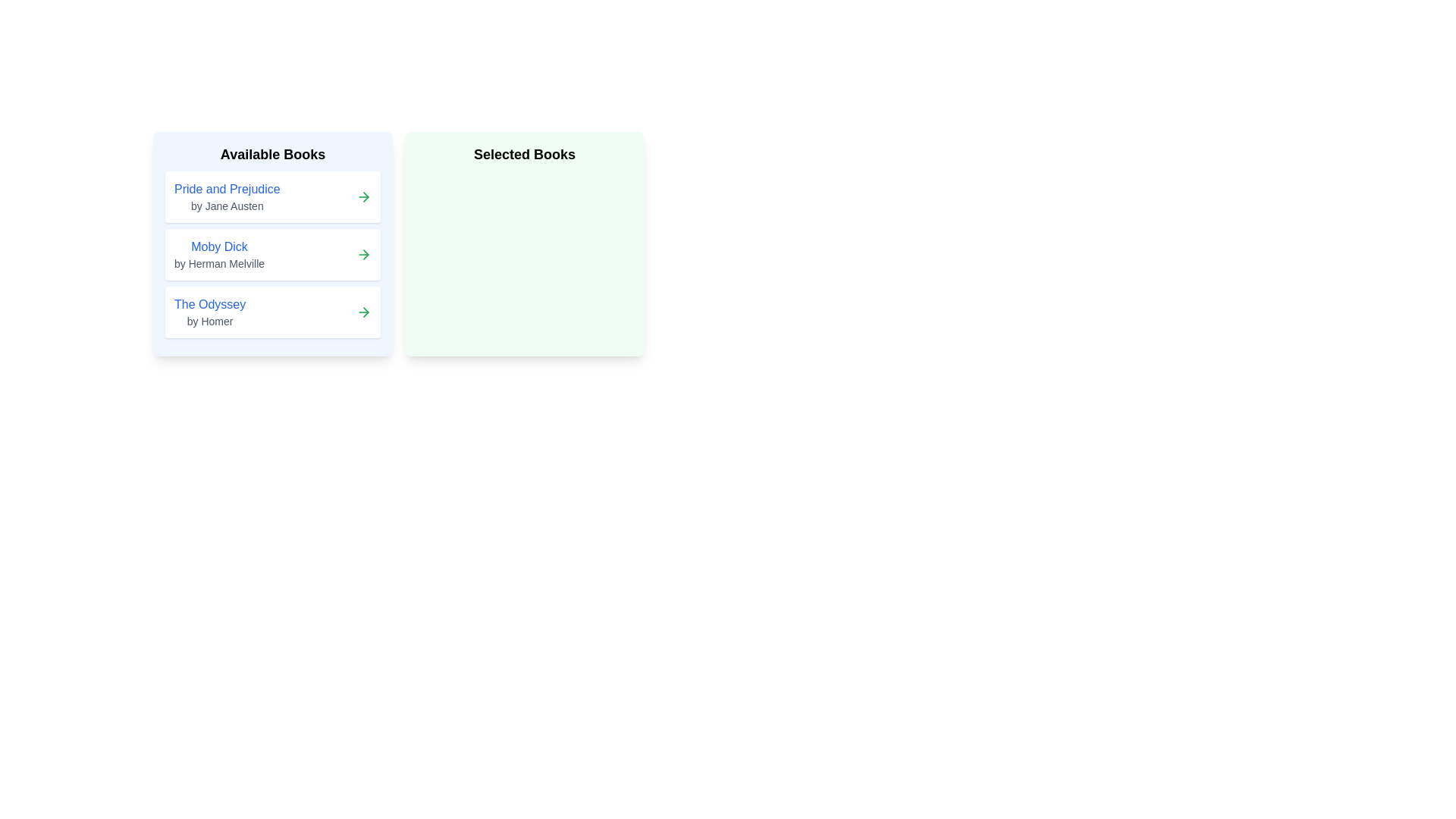 This screenshot has width=1456, height=819. What do you see at coordinates (273, 253) in the screenshot?
I see `the second book item titled 'Moby Dick'` at bounding box center [273, 253].